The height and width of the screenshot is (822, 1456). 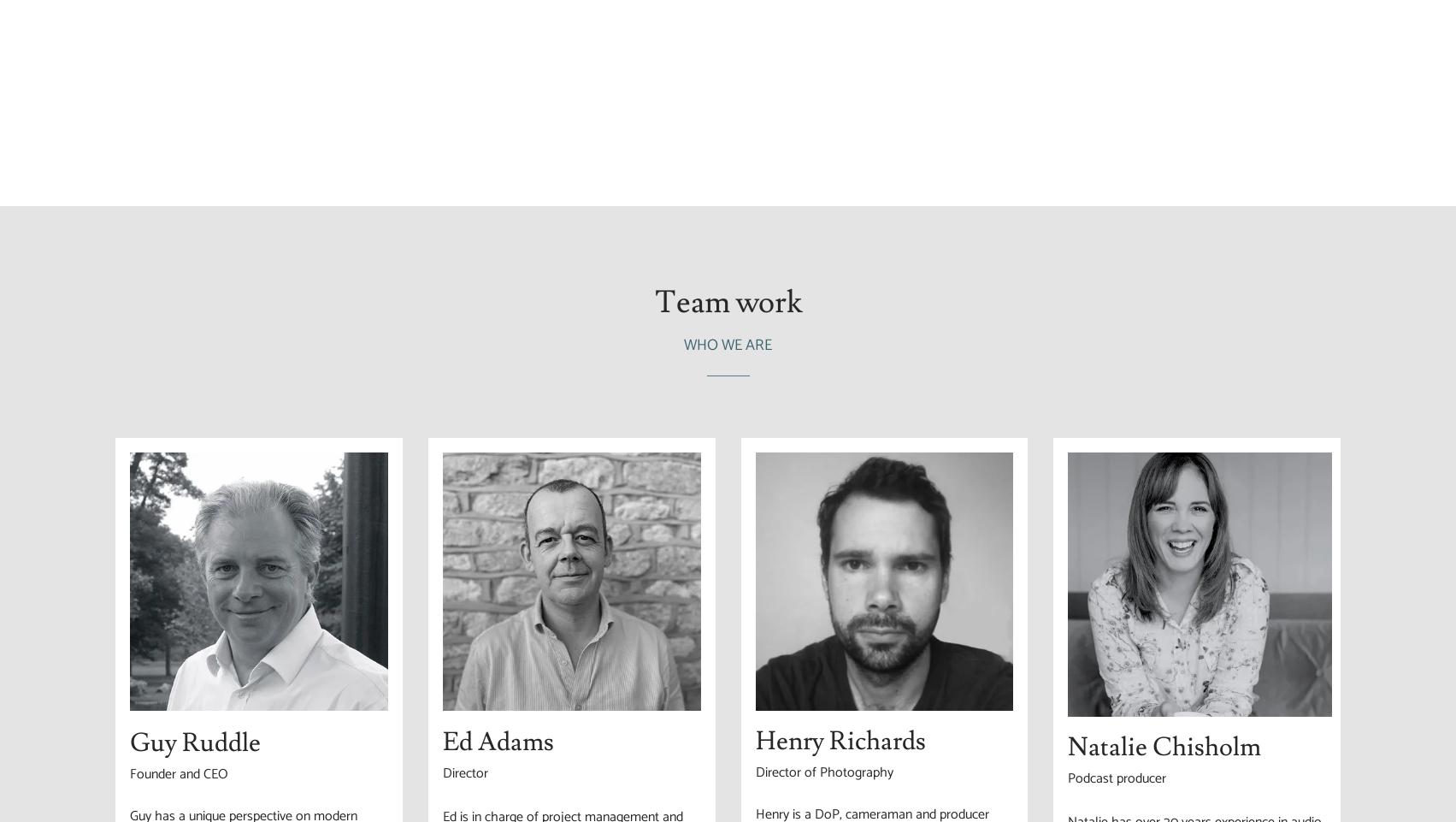 I want to click on 'Podcast producer', so click(x=1116, y=778).